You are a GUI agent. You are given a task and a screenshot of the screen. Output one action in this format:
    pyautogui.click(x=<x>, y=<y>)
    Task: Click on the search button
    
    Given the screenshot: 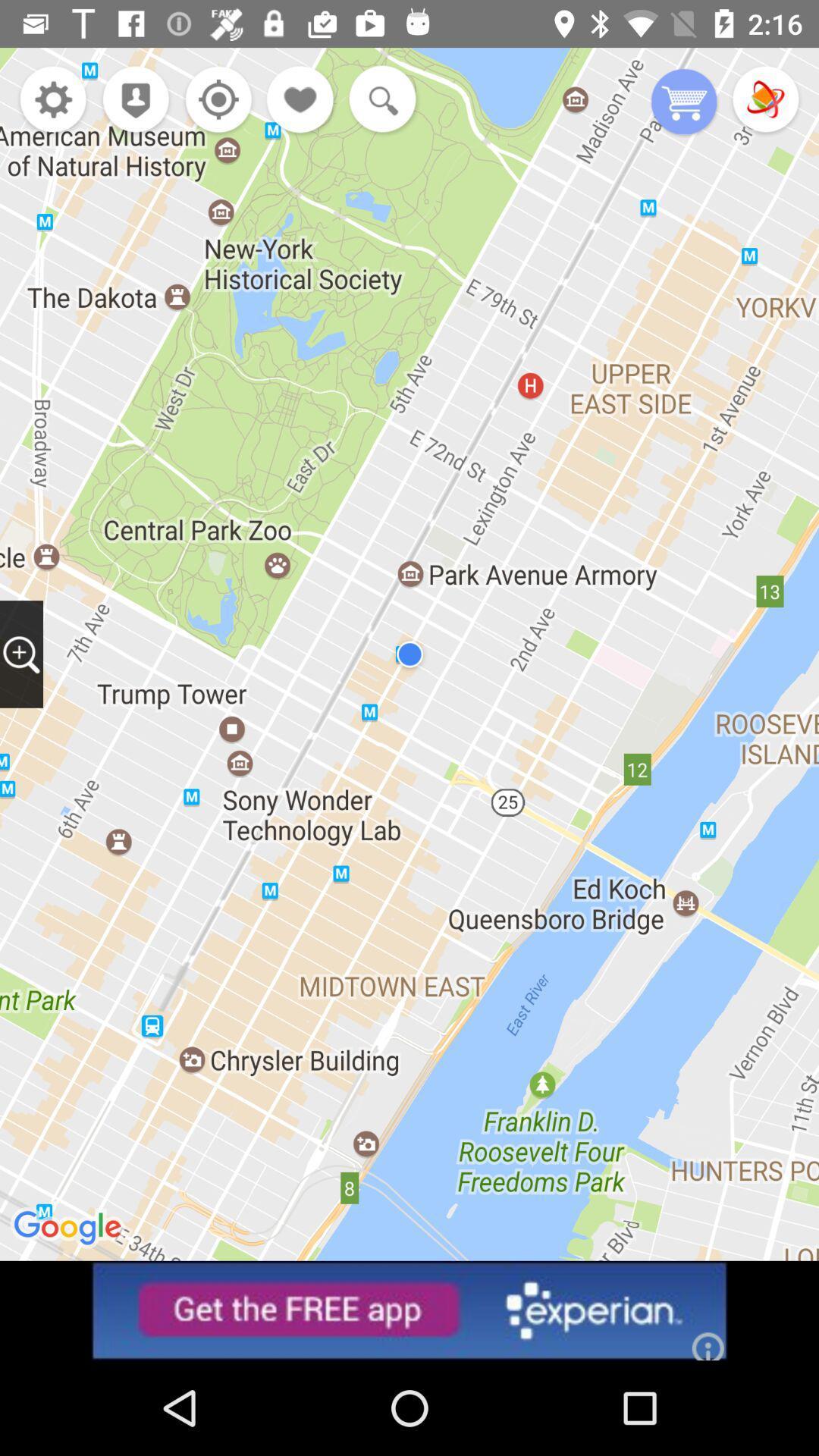 What is the action you would take?
    pyautogui.click(x=378, y=100)
    